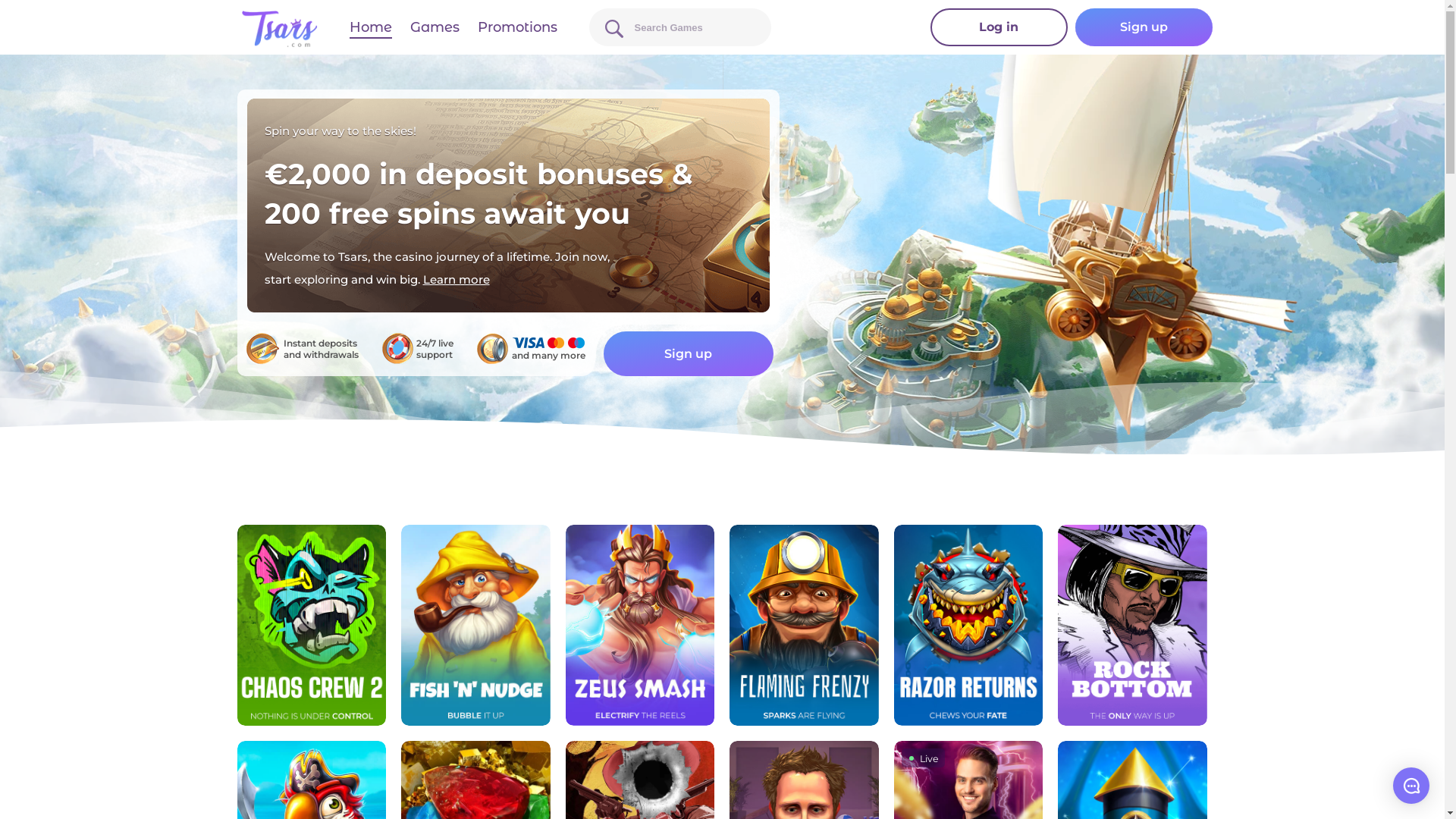  Describe the element at coordinates (279, 29) in the screenshot. I see `'tsars.com'` at that location.